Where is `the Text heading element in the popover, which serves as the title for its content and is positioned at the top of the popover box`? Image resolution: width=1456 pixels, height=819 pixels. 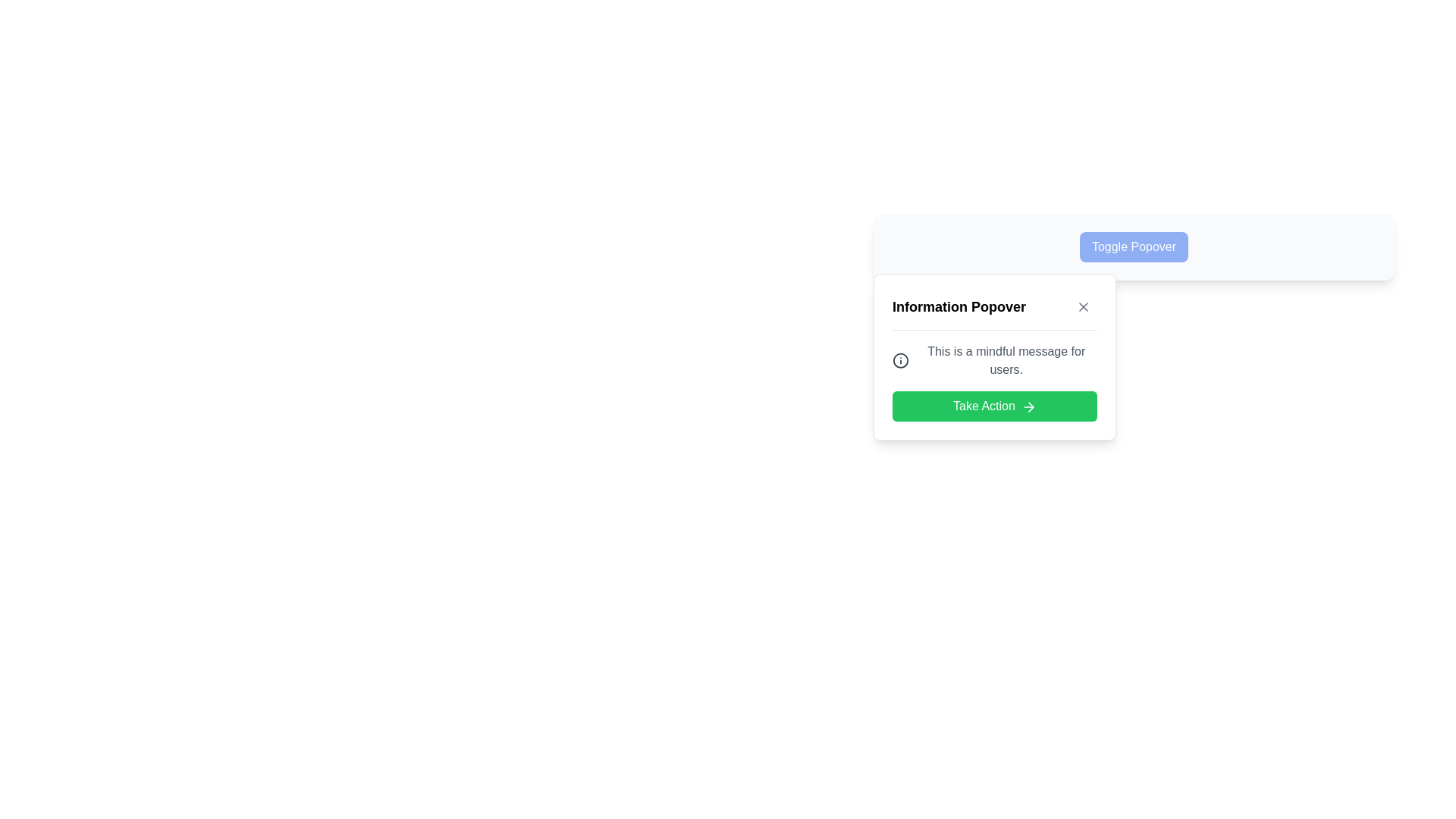 the Text heading element in the popover, which serves as the title for its content and is positioned at the top of the popover box is located at coordinates (994, 311).